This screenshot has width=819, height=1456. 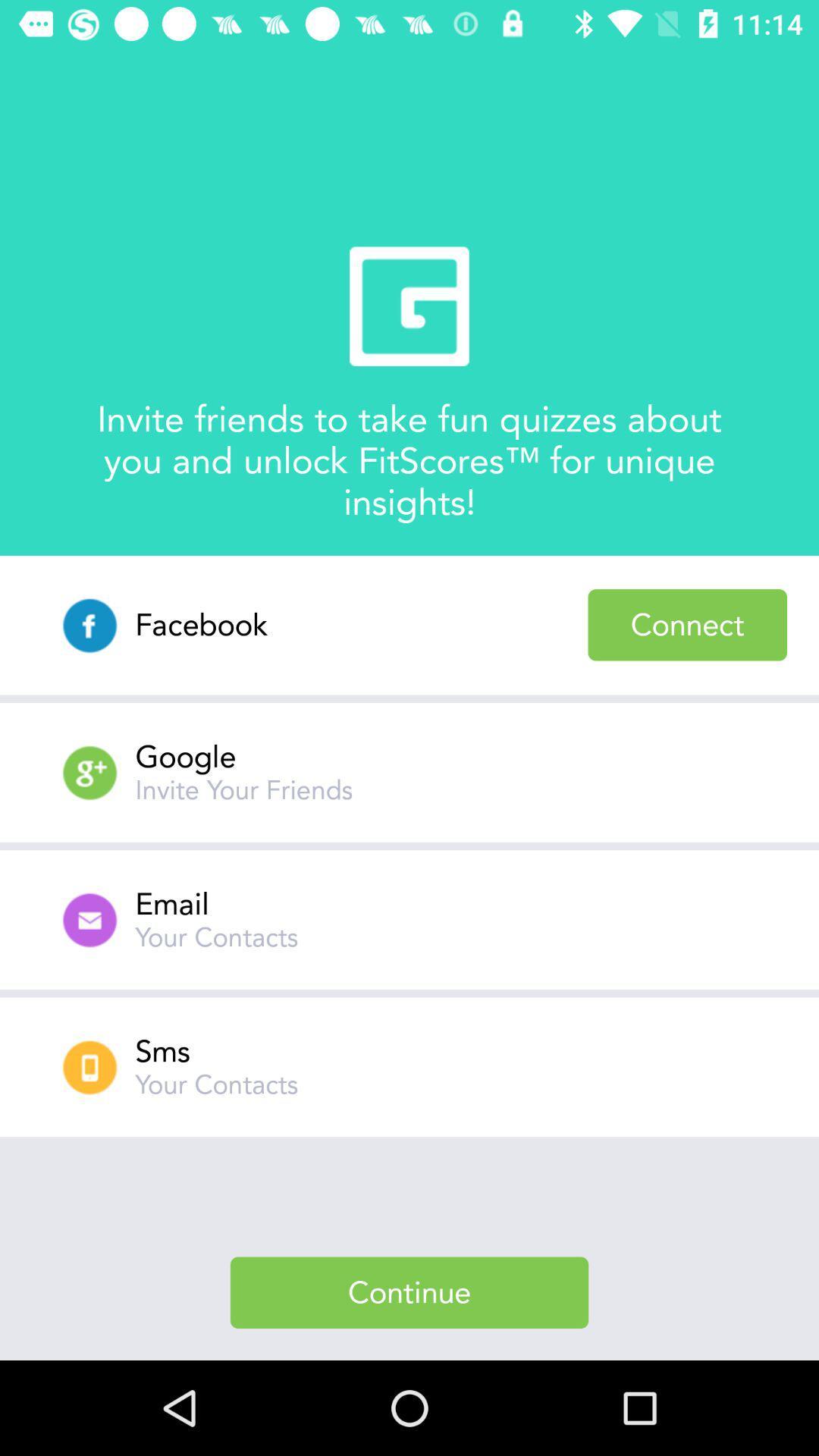 What do you see at coordinates (687, 625) in the screenshot?
I see `the connect on the right` at bounding box center [687, 625].